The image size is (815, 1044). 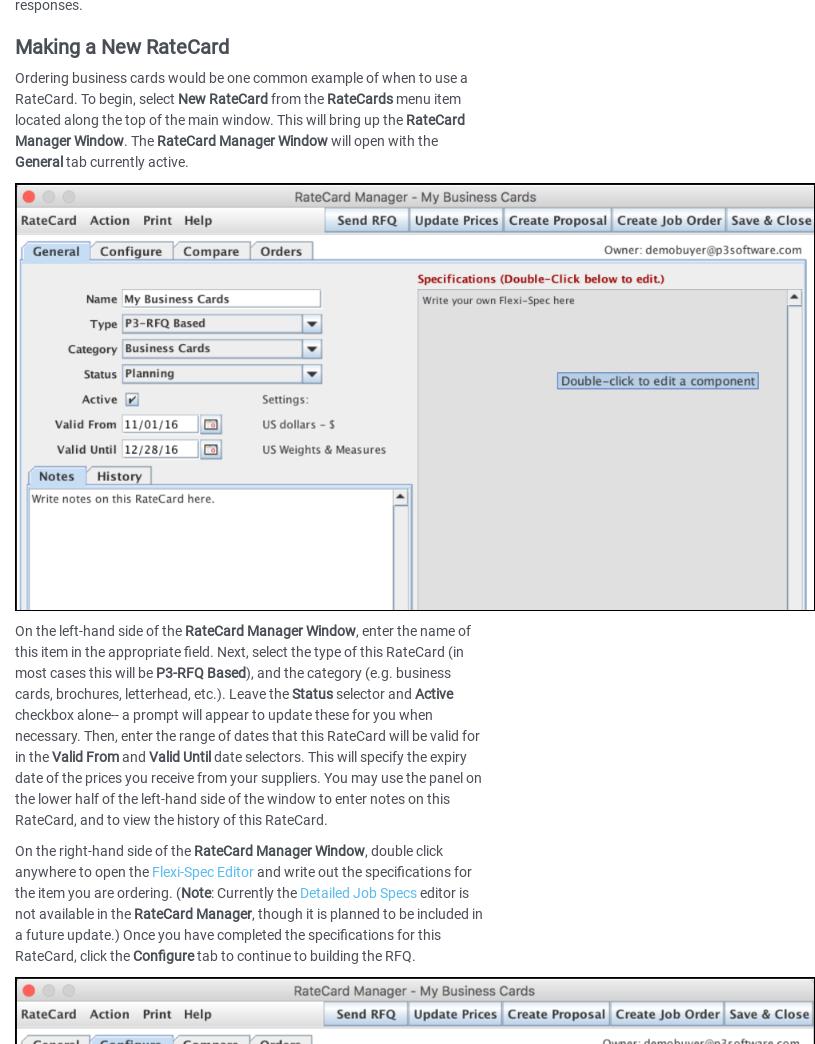 I want to click on 'from the', so click(x=296, y=98).